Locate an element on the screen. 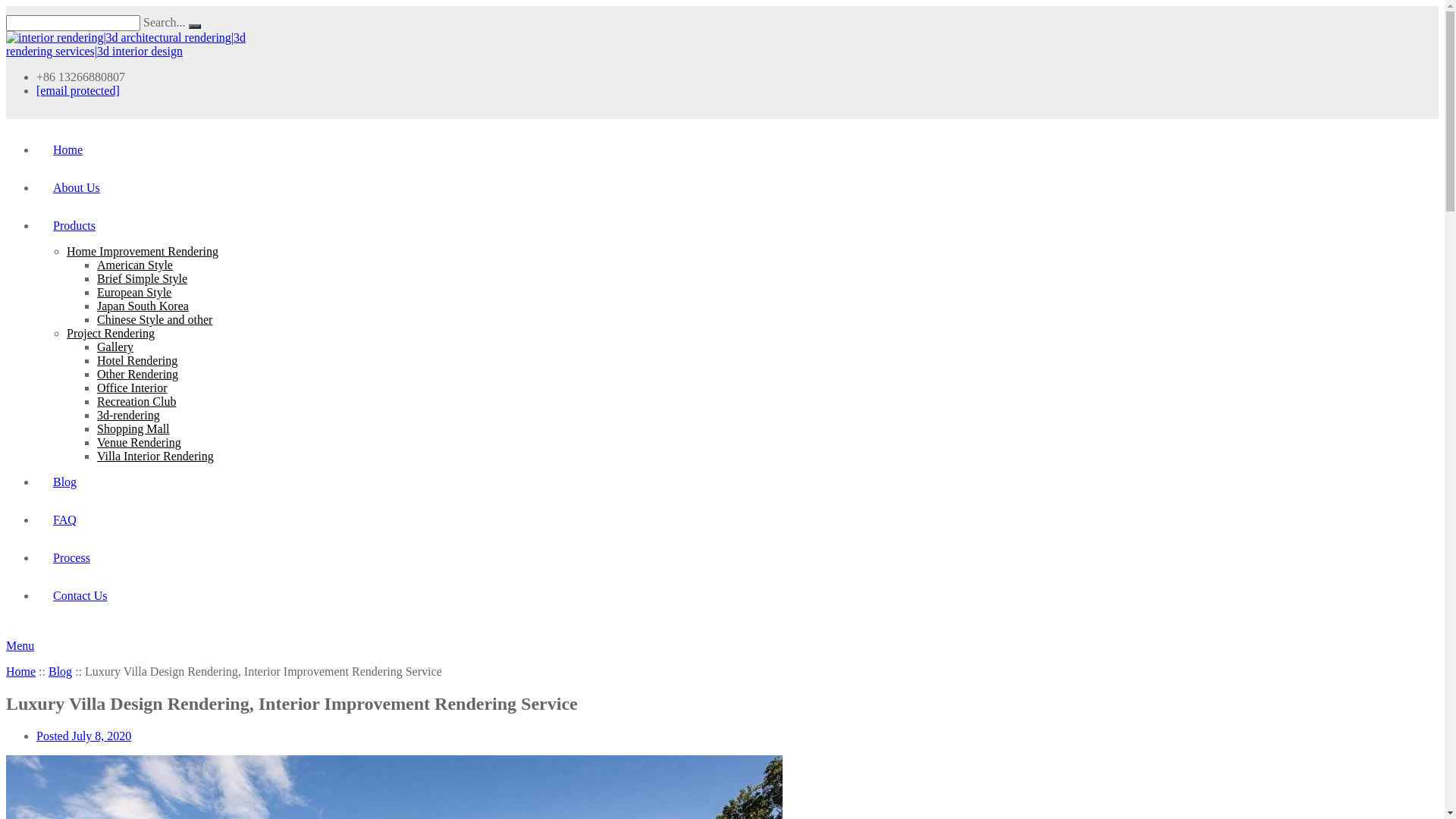 The image size is (1456, 819). 'Japan South Korea' is located at coordinates (143, 306).